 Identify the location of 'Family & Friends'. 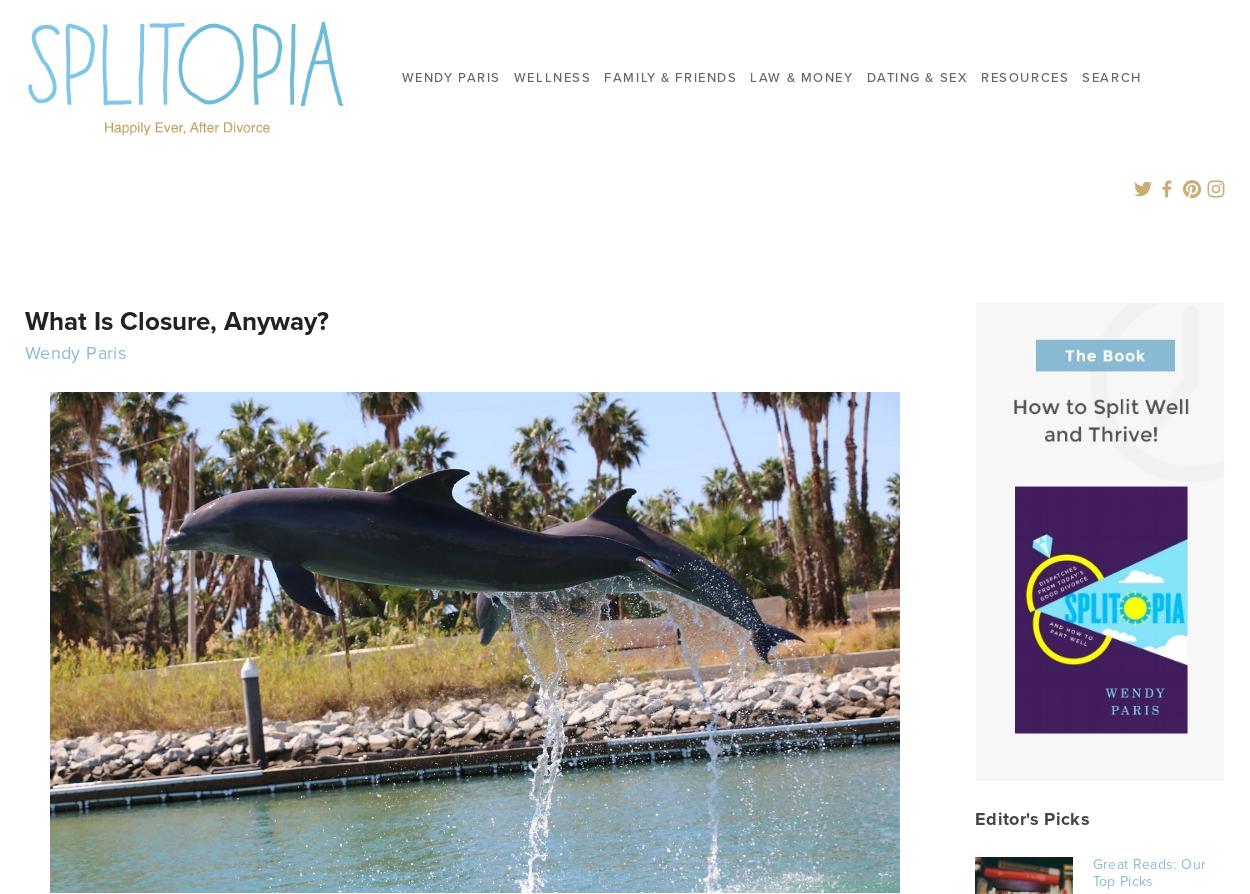
(603, 76).